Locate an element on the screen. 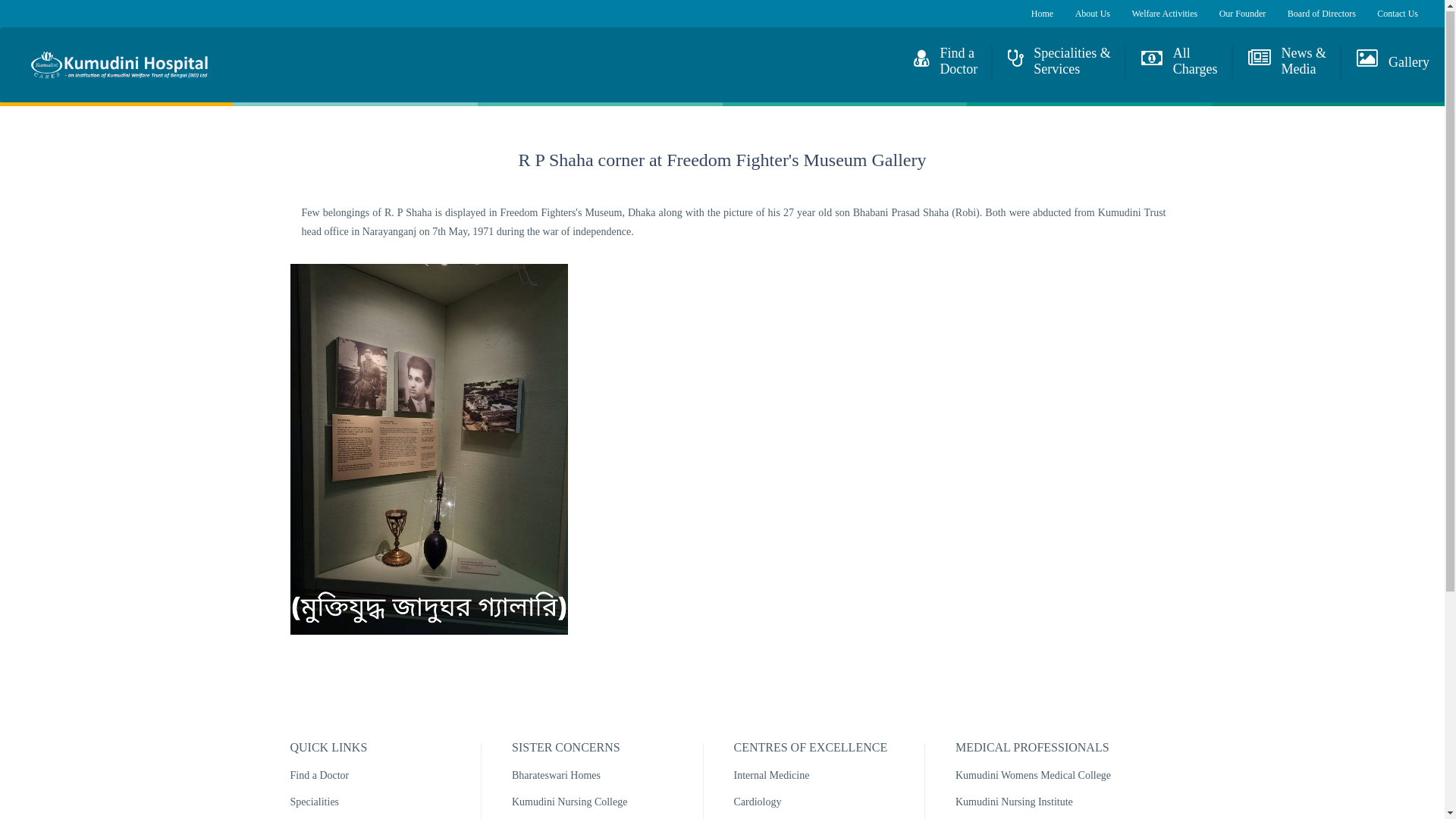 This screenshot has height=819, width=1456. 'Kumudini Nursing College' is located at coordinates (512, 802).